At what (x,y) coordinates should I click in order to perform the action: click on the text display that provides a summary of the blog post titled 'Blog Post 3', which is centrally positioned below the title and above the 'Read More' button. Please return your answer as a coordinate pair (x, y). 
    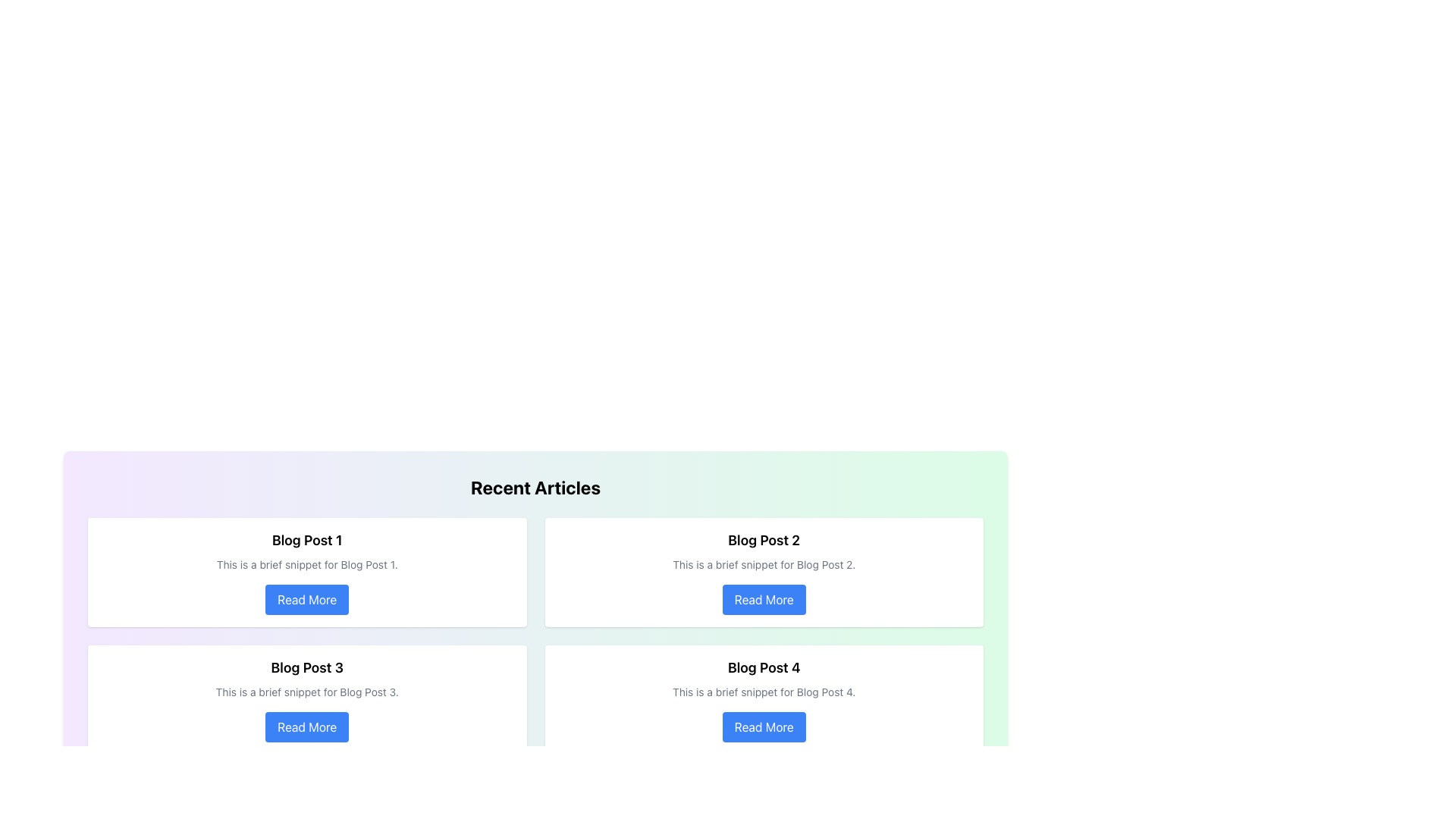
    Looking at the image, I should click on (306, 692).